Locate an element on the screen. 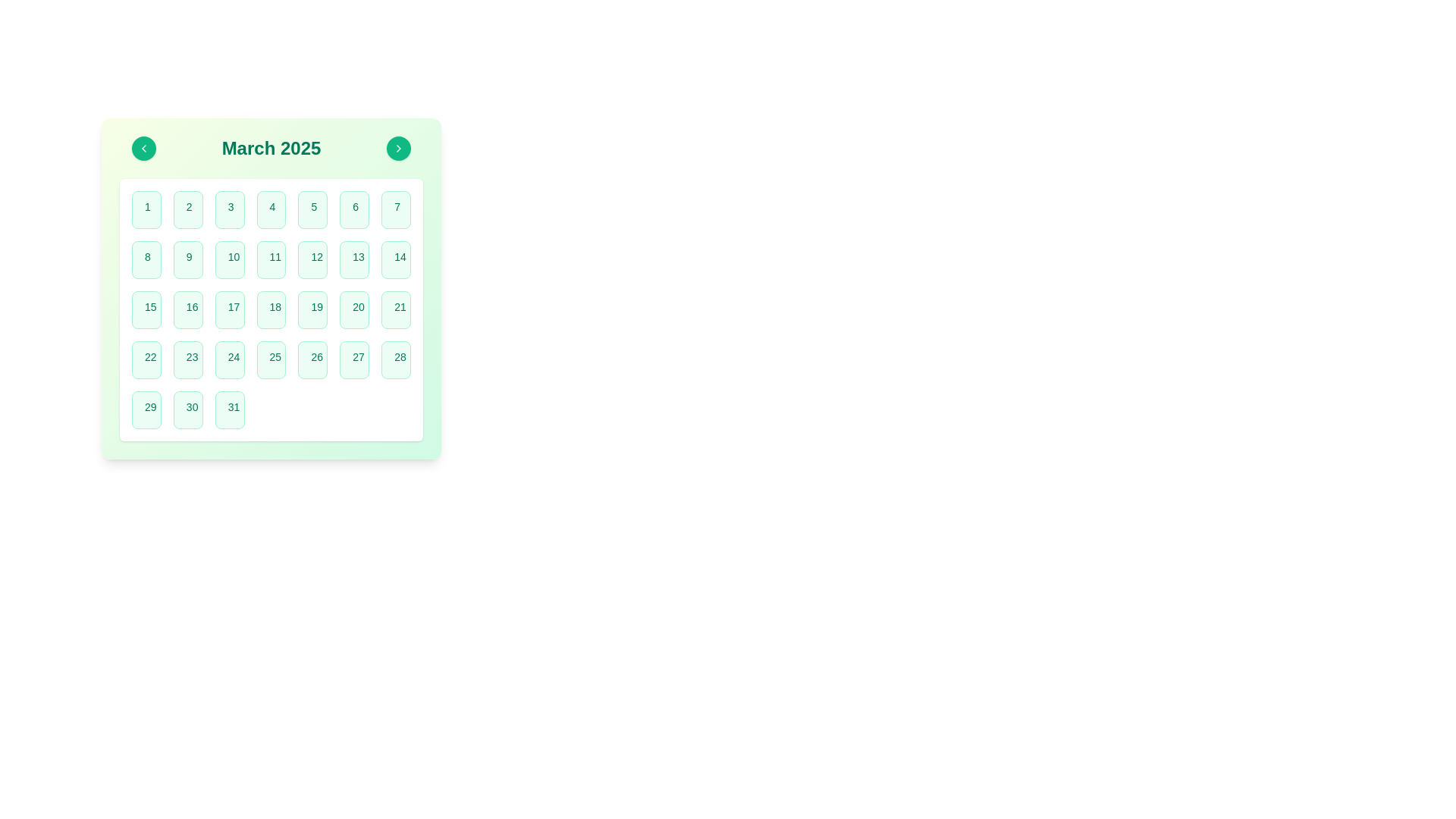 The width and height of the screenshot is (1456, 819). the left navigation button in the calendar header is located at coordinates (144, 149).